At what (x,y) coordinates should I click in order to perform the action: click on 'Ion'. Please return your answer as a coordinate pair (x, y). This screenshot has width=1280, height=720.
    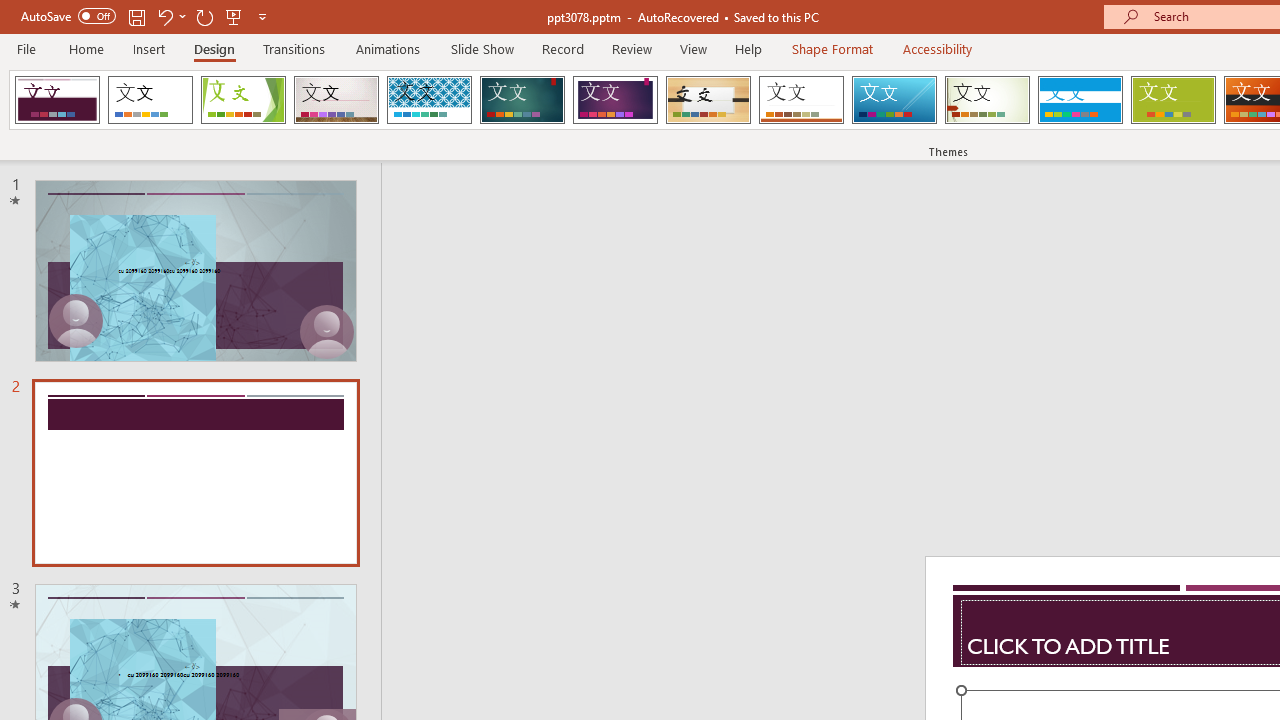
    Looking at the image, I should click on (522, 100).